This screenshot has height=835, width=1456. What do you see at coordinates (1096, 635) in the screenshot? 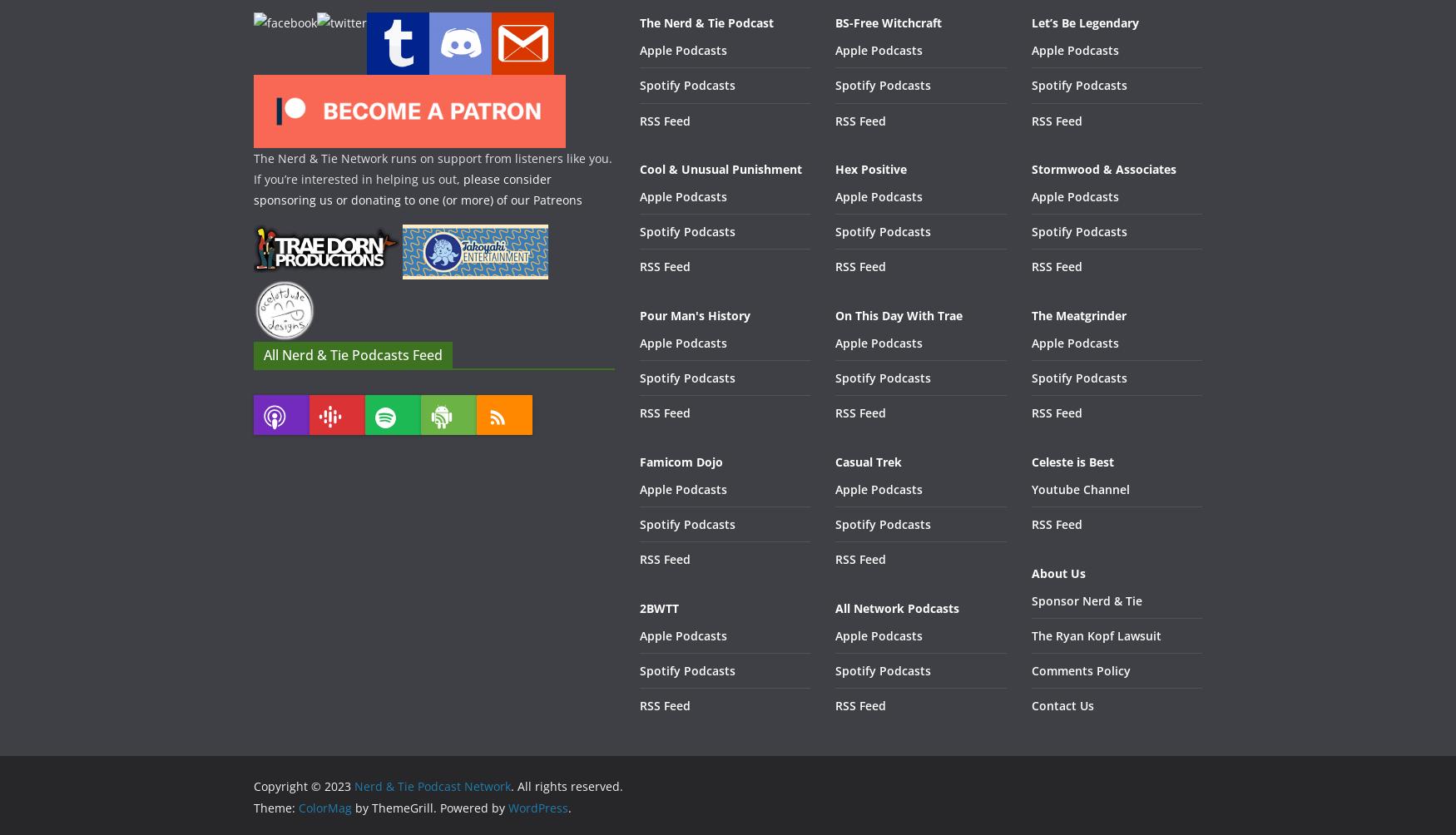
I see `'The Ryan Kopf Lawsuit'` at bounding box center [1096, 635].